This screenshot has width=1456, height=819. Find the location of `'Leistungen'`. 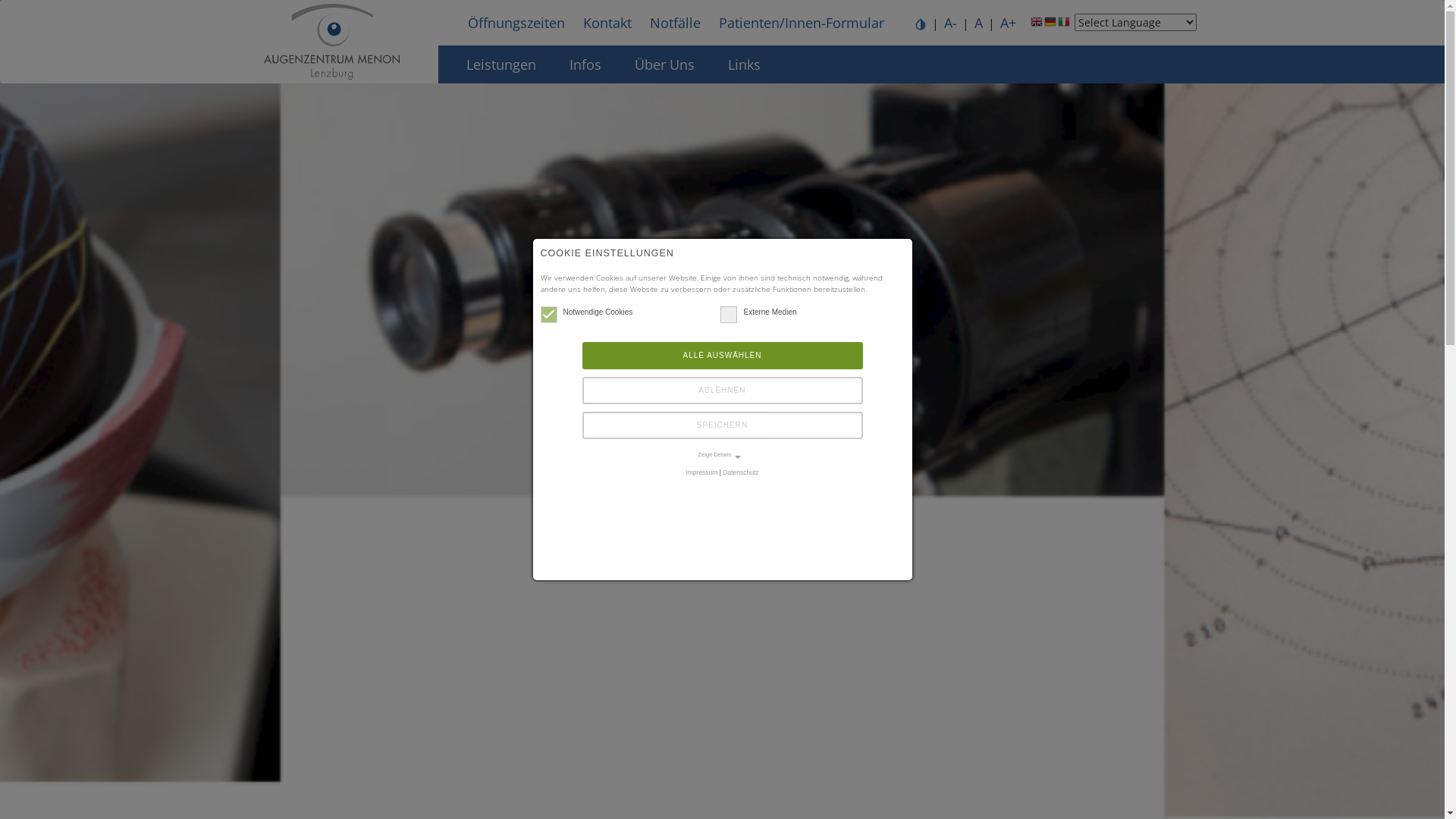

'Leistungen' is located at coordinates (500, 63).